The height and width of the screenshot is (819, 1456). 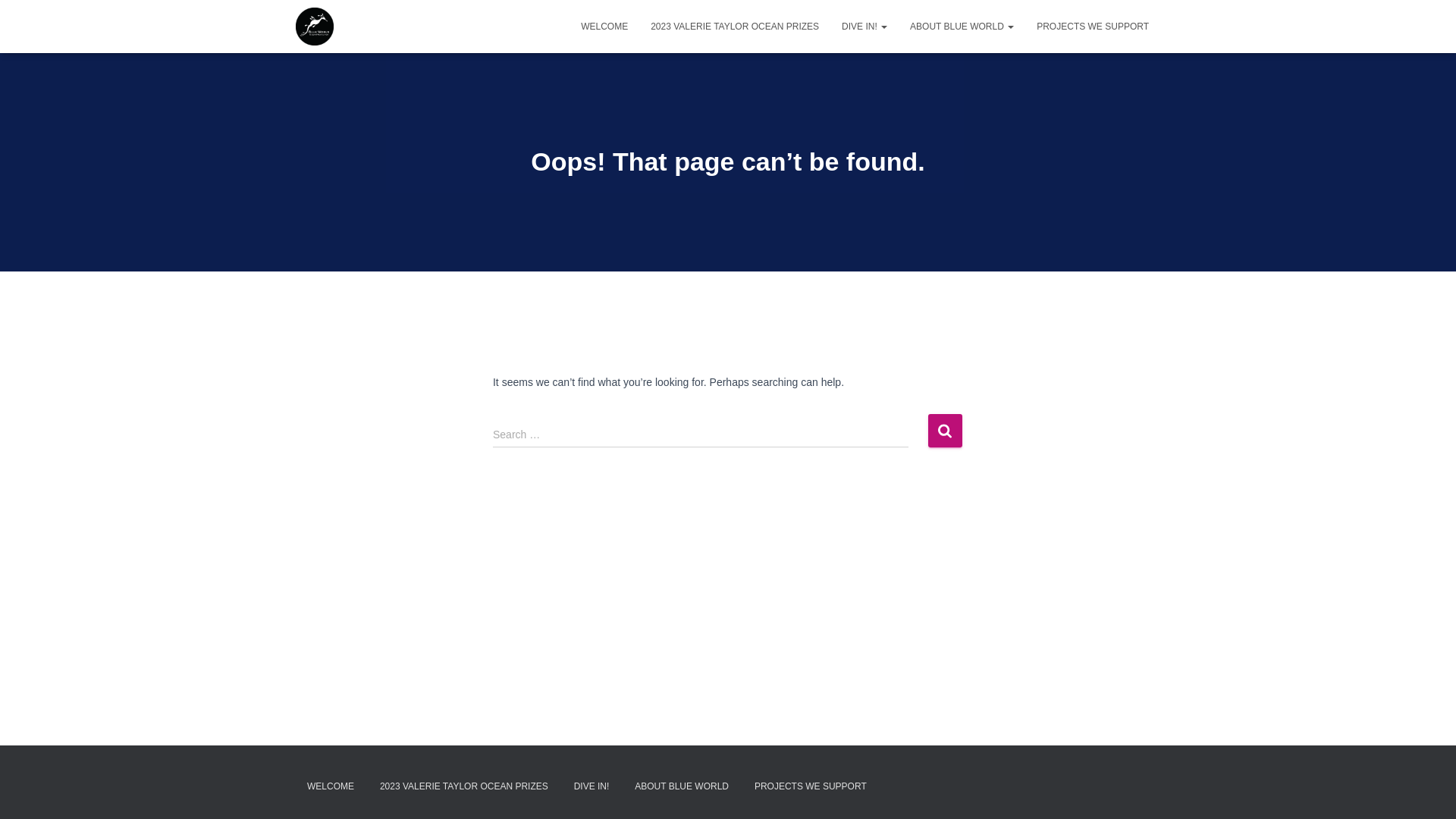 What do you see at coordinates (735, 26) in the screenshot?
I see `'2023 VALERIE TAYLOR OCEAN PRIZES'` at bounding box center [735, 26].